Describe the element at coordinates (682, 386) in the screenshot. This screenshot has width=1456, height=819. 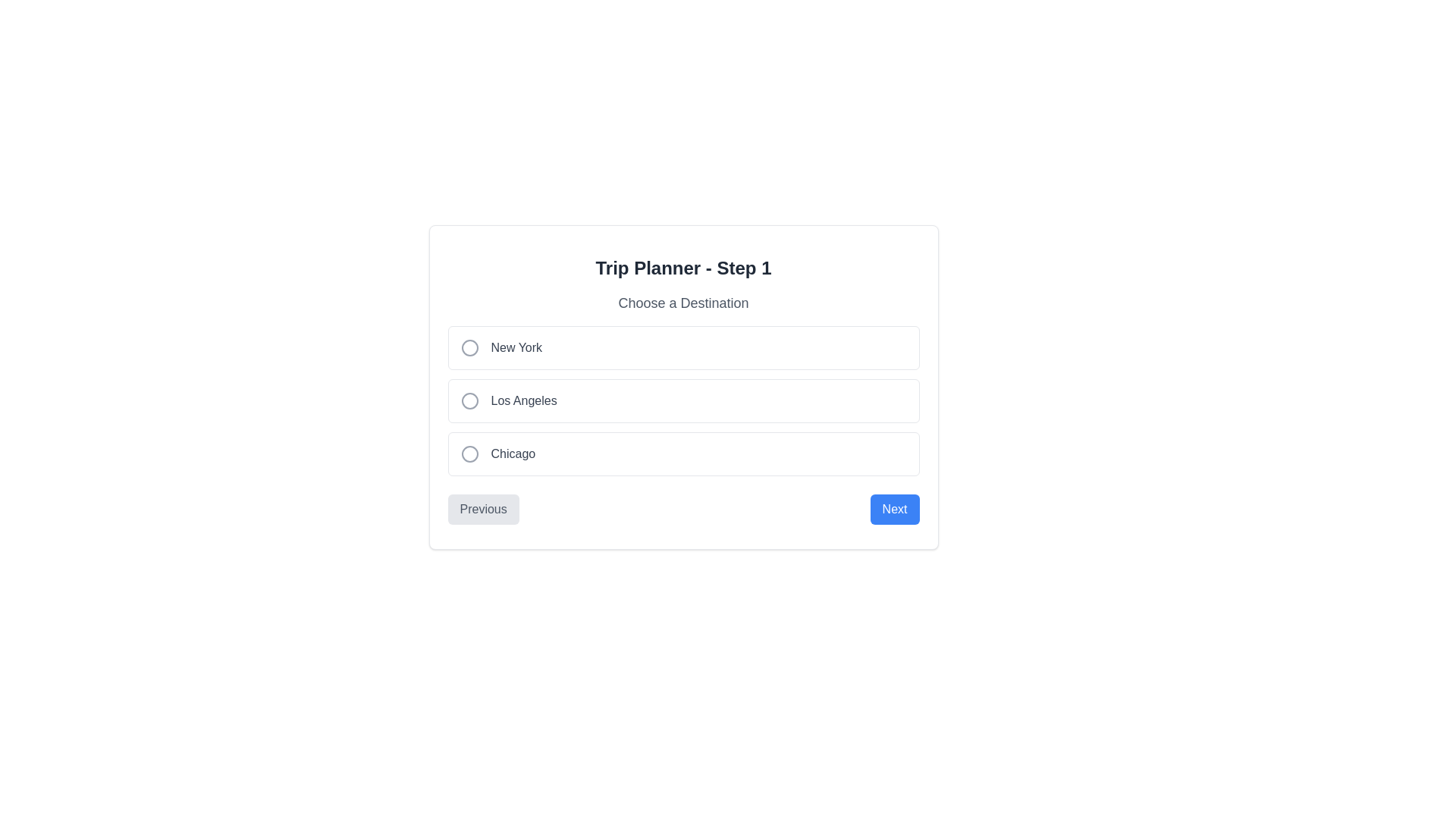
I see `the radio button option labeled 'Los Angeles'` at that location.